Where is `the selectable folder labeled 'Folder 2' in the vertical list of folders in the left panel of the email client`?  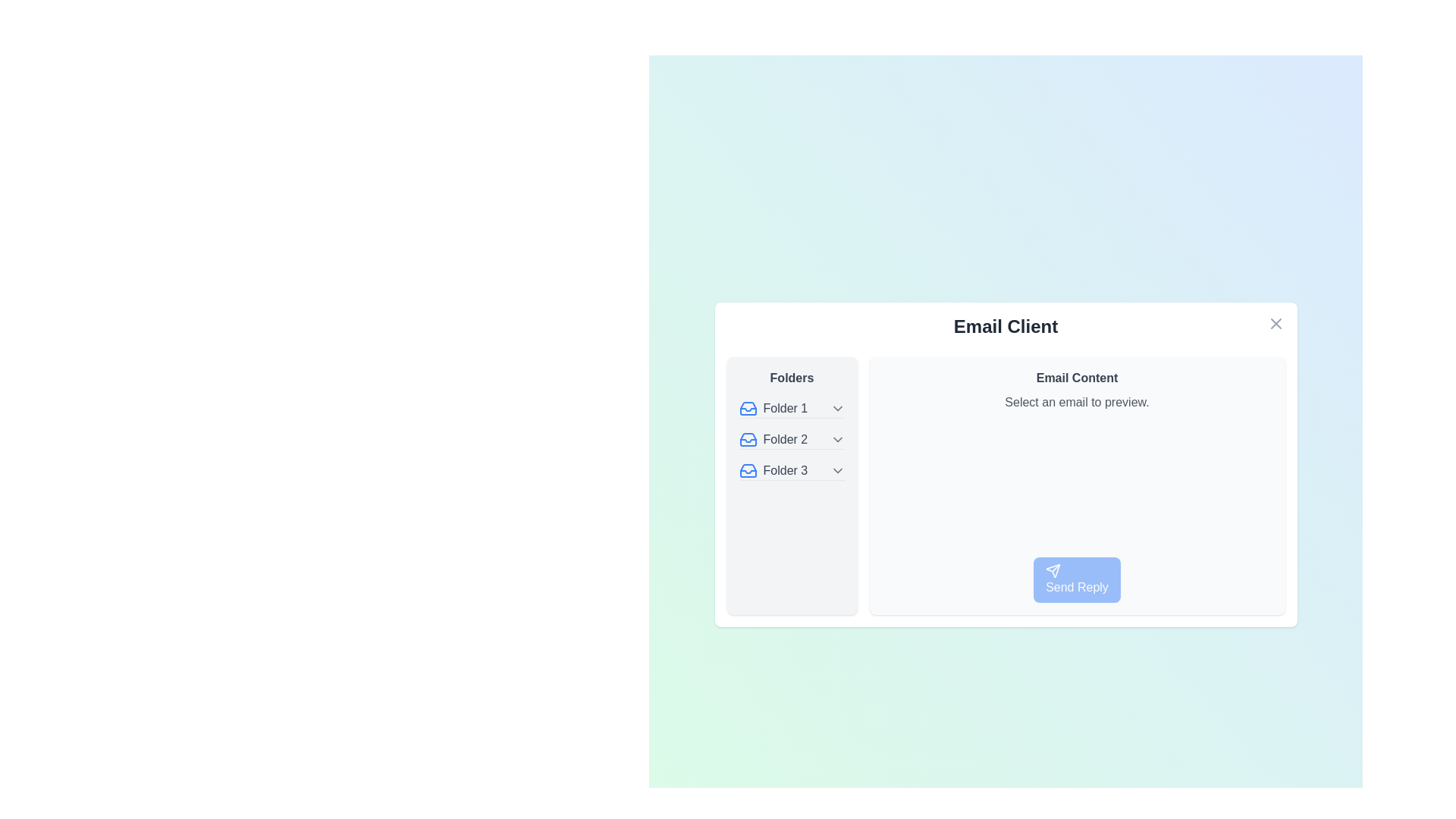 the selectable folder labeled 'Folder 2' in the vertical list of folders in the left panel of the email client is located at coordinates (773, 439).